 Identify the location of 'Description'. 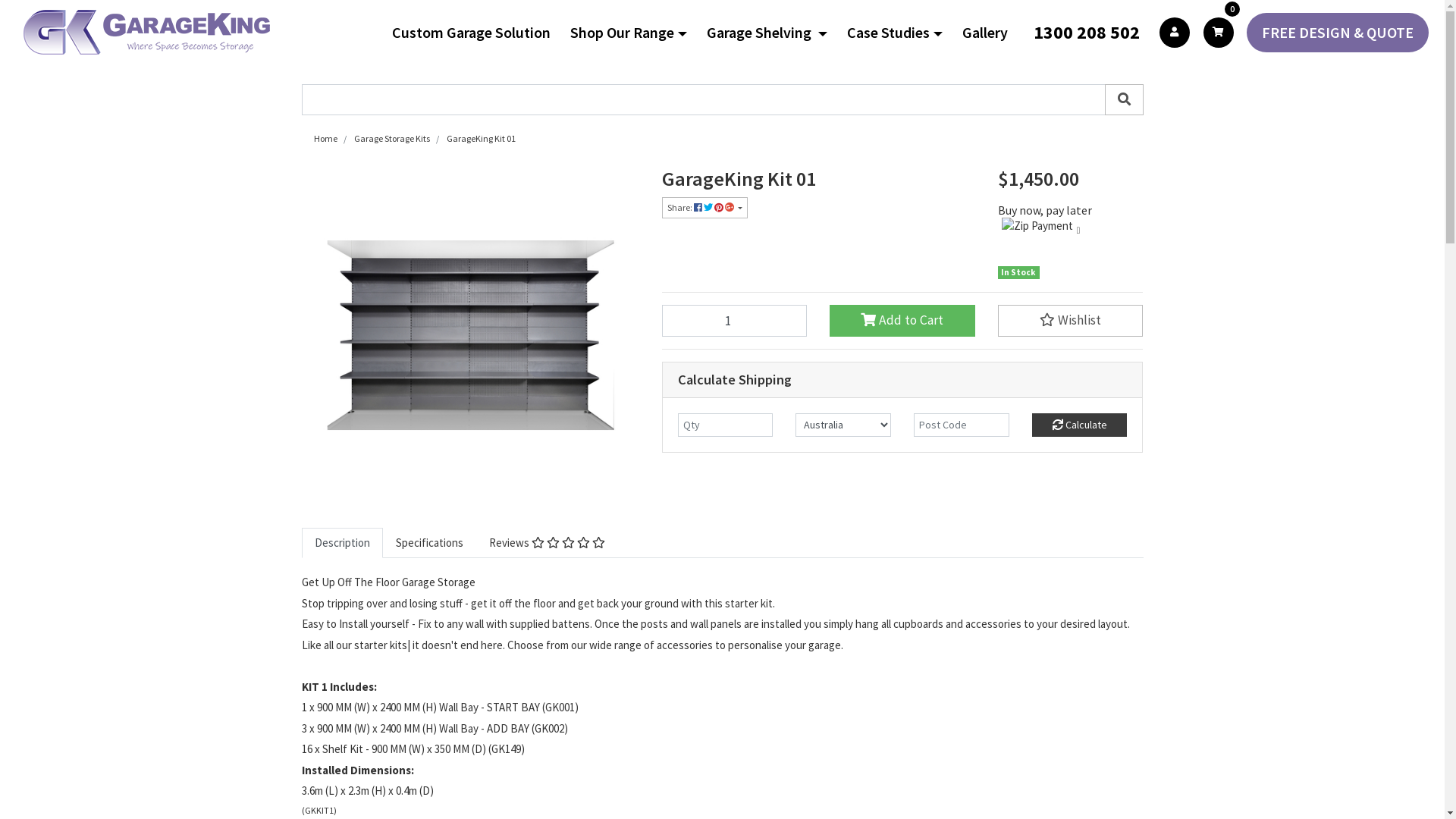
(341, 542).